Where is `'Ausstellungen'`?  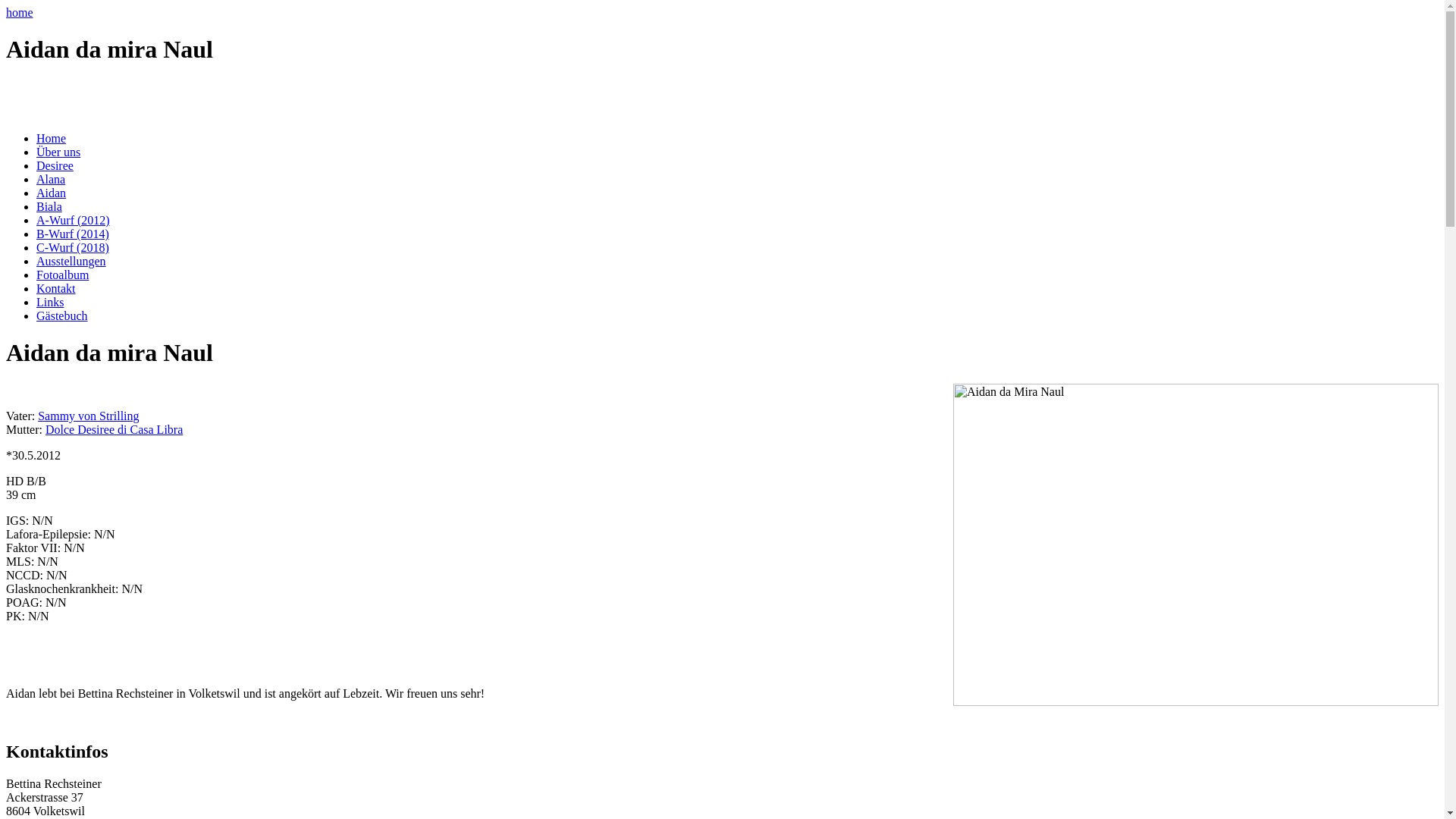 'Ausstellungen' is located at coordinates (71, 260).